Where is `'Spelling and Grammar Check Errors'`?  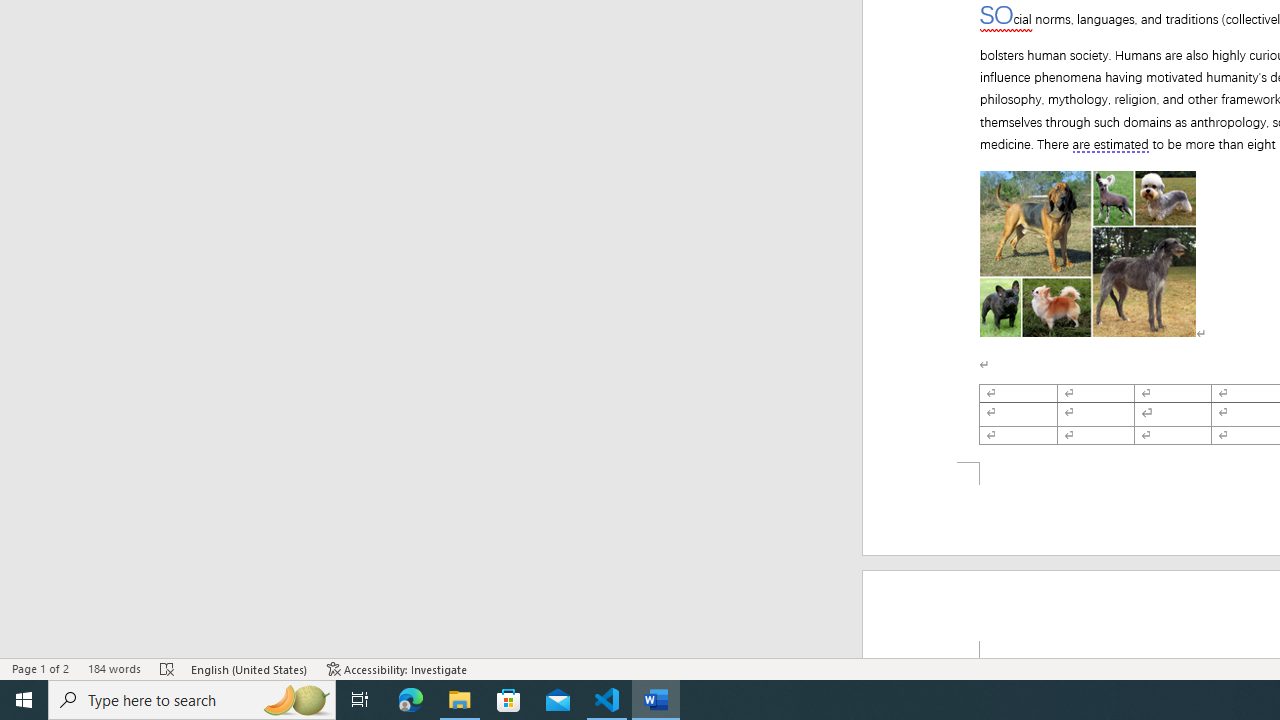
'Spelling and Grammar Check Errors' is located at coordinates (168, 669).